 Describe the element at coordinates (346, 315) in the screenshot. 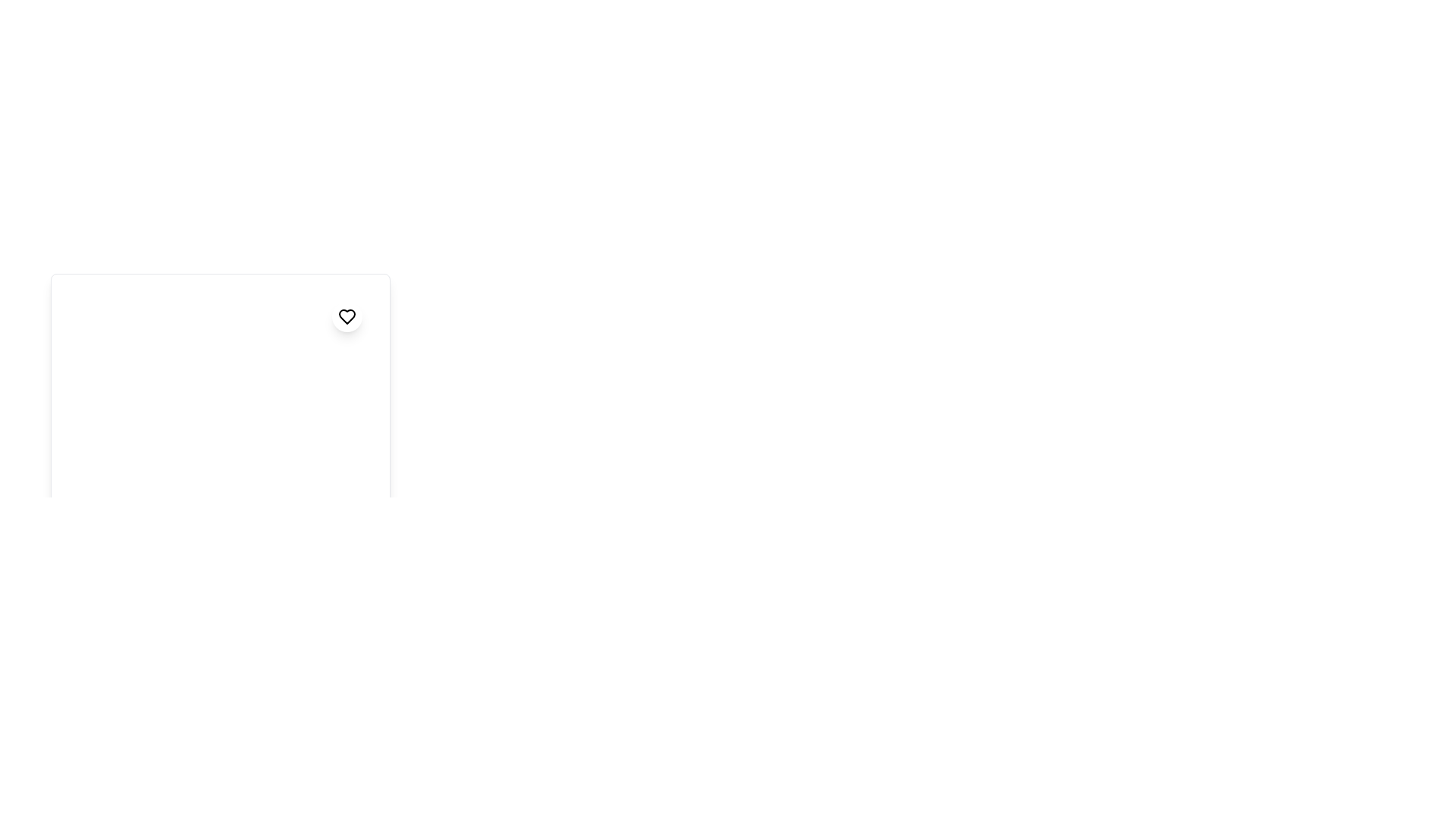

I see `the heart icon located at the top-right area of the overlay content panel, which symbolizes marking an item as a favorite or expressing a 'like.'` at that location.